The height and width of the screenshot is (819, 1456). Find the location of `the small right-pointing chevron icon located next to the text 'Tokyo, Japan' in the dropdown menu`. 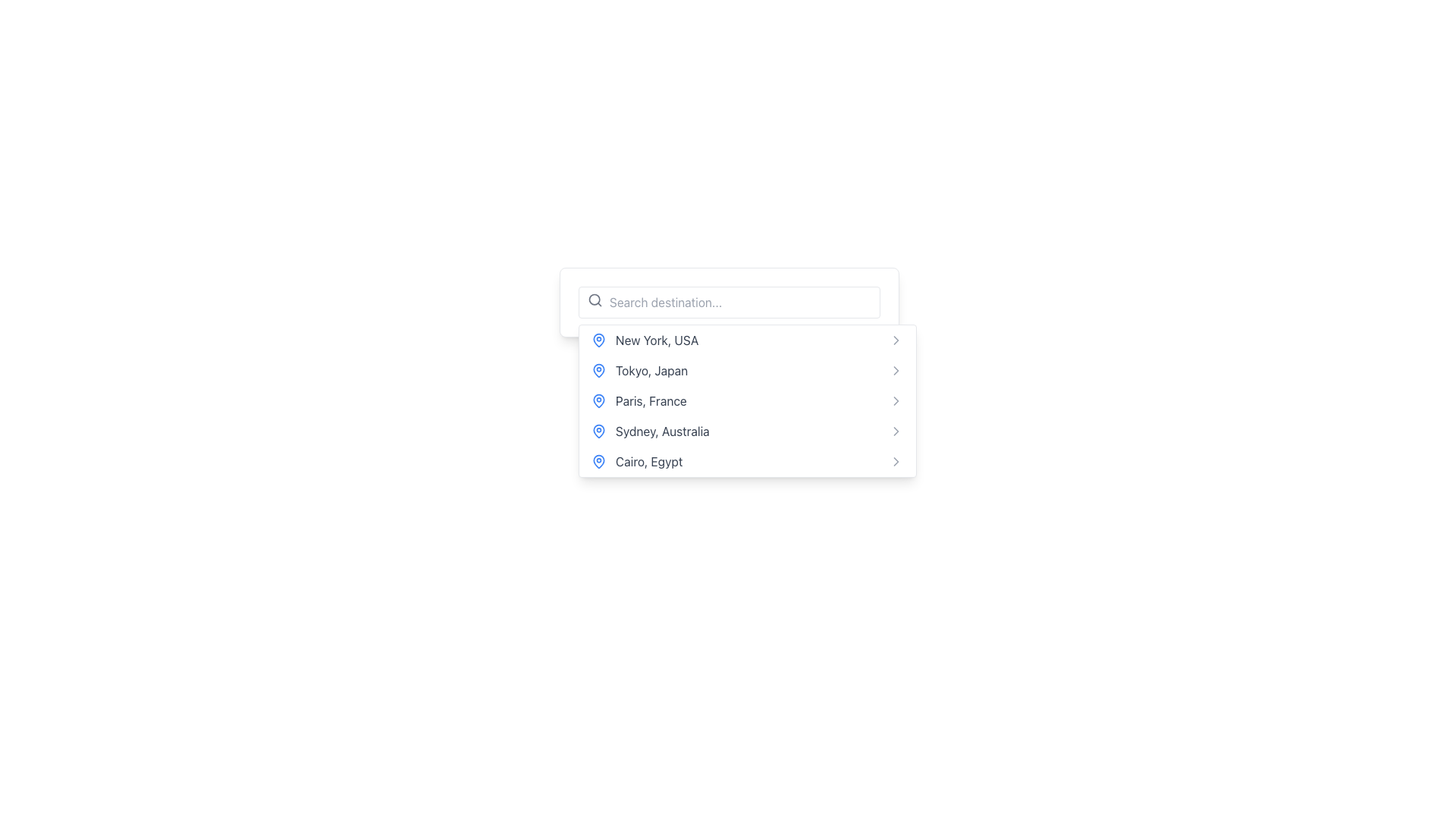

the small right-pointing chevron icon located next to the text 'Tokyo, Japan' in the dropdown menu is located at coordinates (896, 371).